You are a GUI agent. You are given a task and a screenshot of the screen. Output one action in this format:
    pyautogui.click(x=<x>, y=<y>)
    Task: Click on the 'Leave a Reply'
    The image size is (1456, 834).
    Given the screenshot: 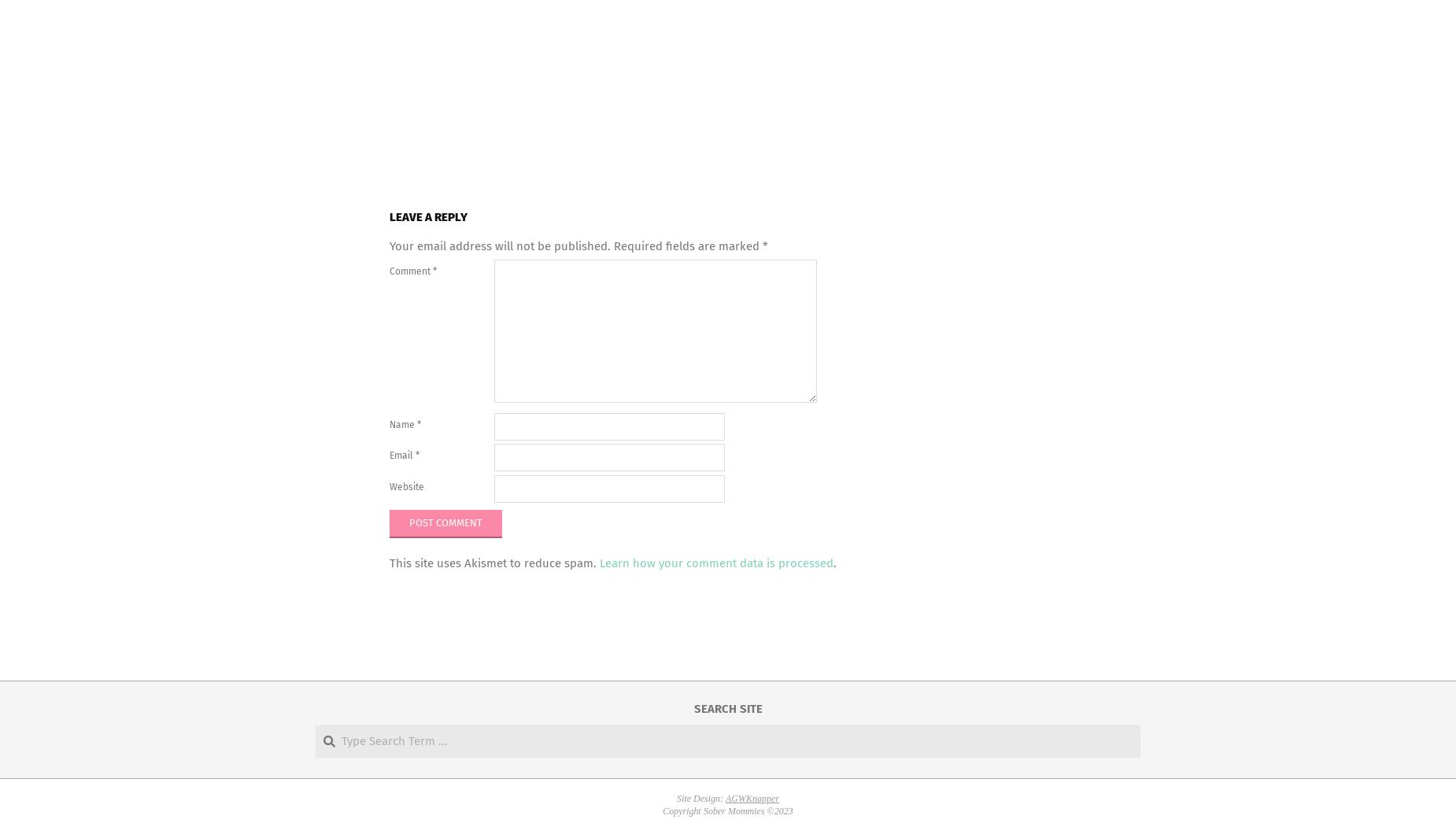 What is the action you would take?
    pyautogui.click(x=428, y=216)
    